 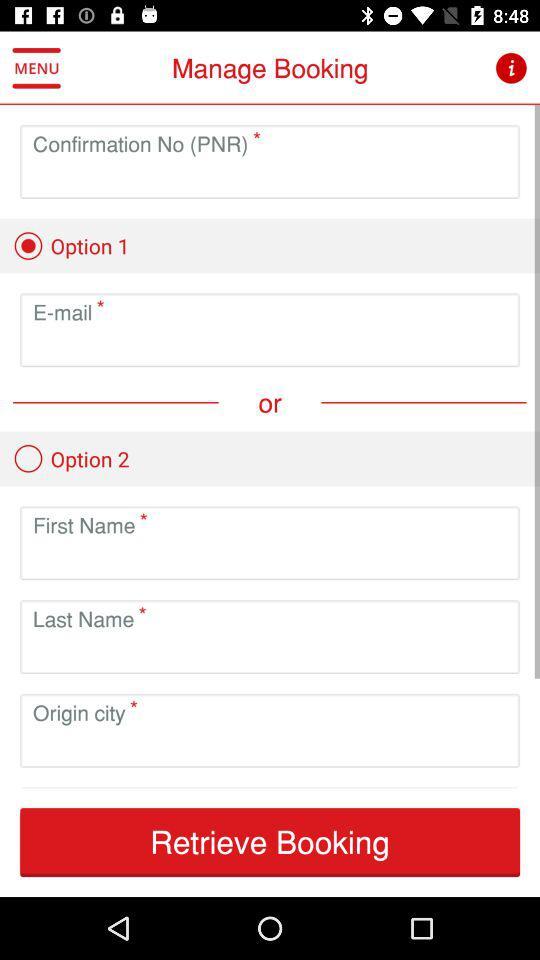 I want to click on origin city space, so click(x=270, y=745).